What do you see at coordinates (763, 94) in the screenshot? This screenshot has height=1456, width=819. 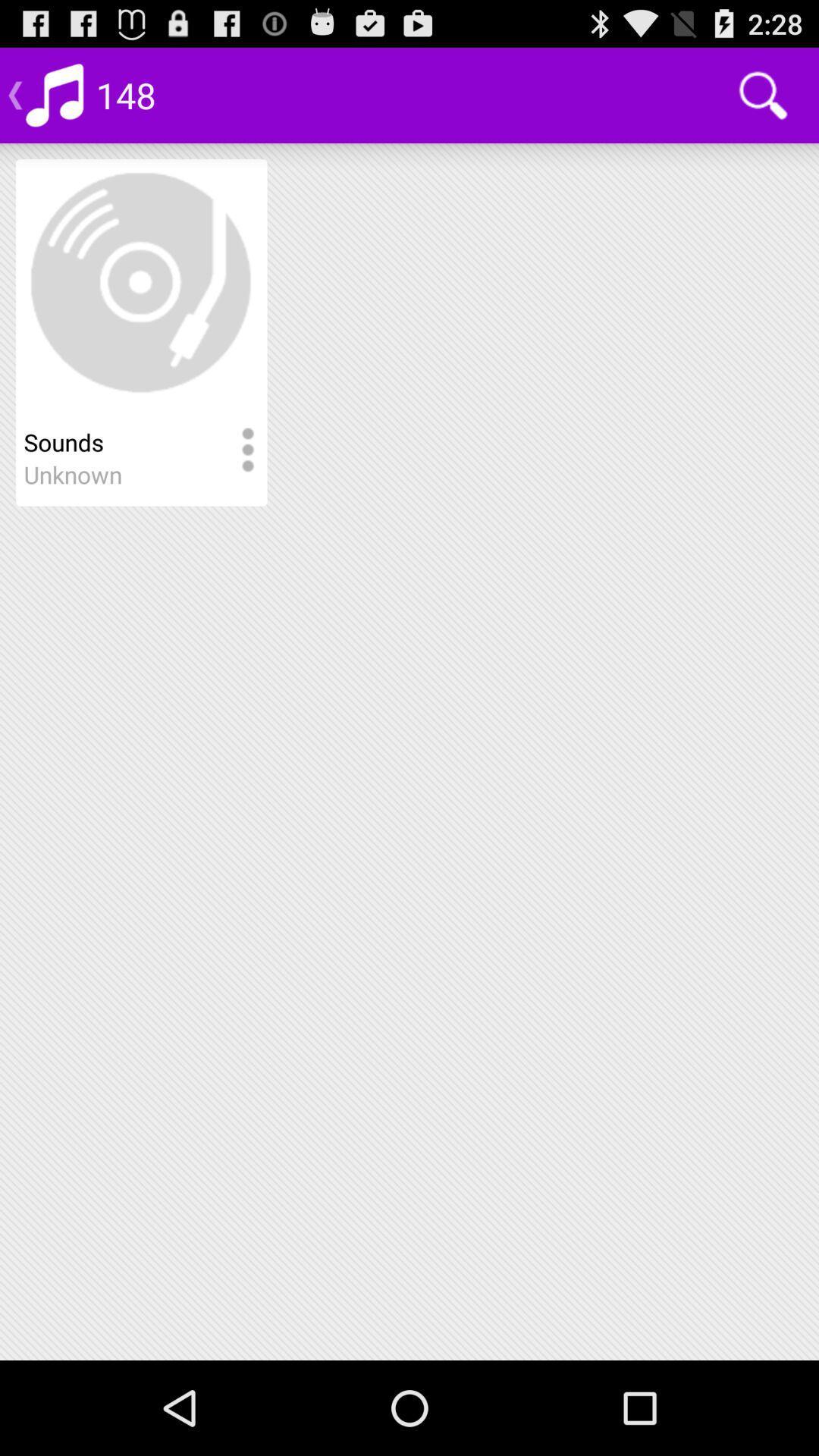 I see `the item next to 148 app` at bounding box center [763, 94].